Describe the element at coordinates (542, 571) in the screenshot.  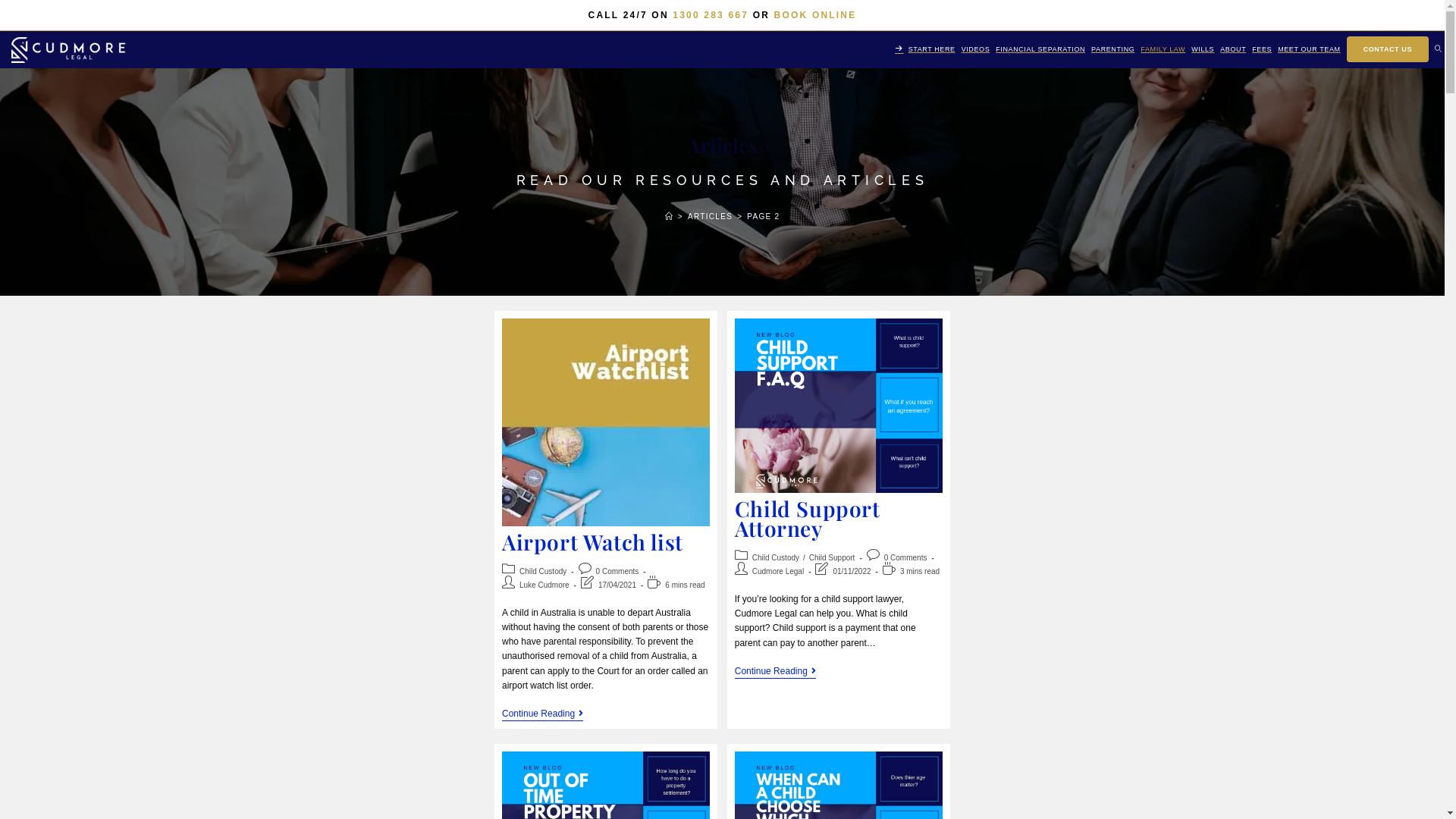
I see `'Child Custody'` at that location.